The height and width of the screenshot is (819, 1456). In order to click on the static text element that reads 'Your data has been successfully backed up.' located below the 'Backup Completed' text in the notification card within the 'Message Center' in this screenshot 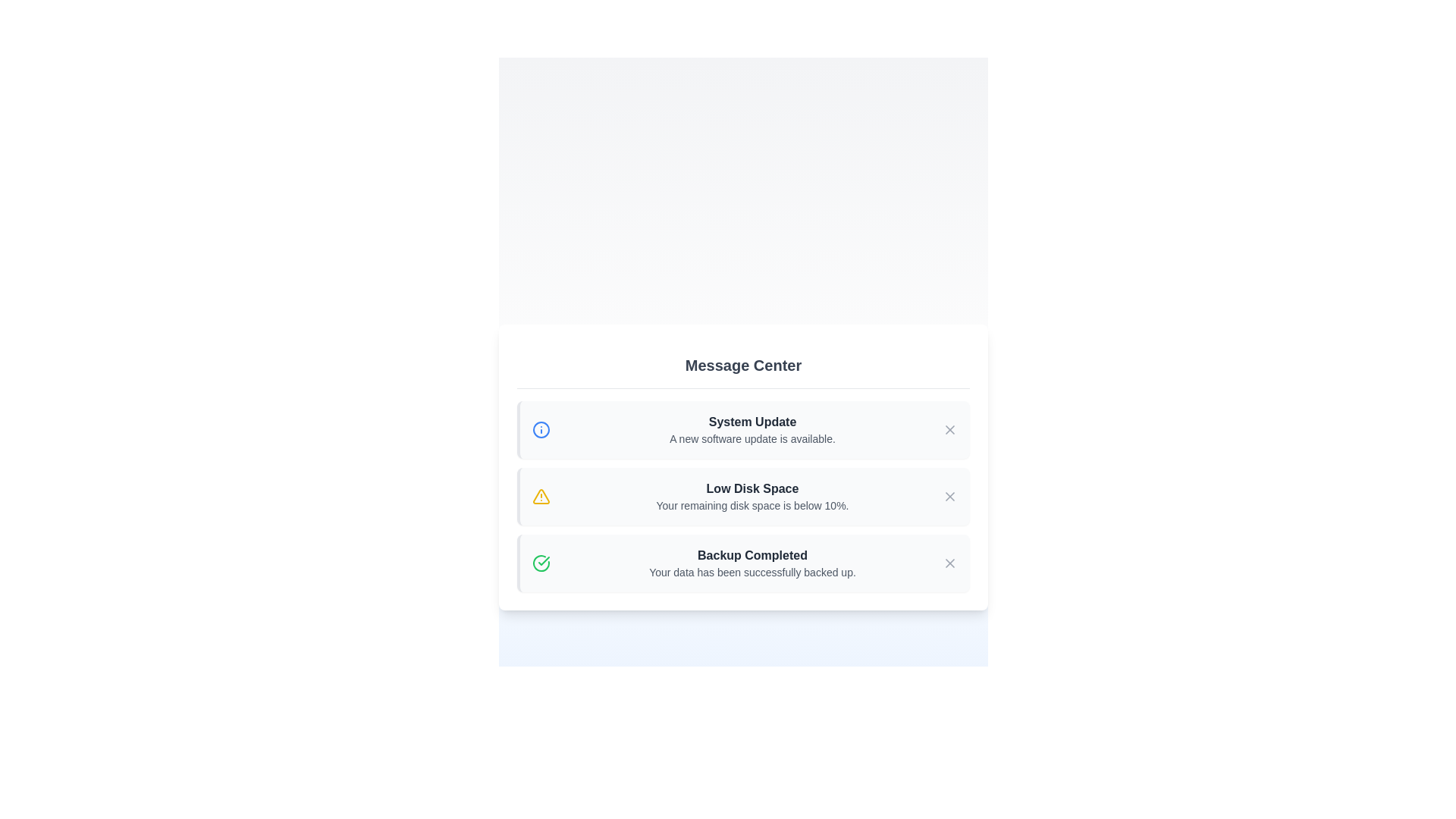, I will do `click(752, 572)`.